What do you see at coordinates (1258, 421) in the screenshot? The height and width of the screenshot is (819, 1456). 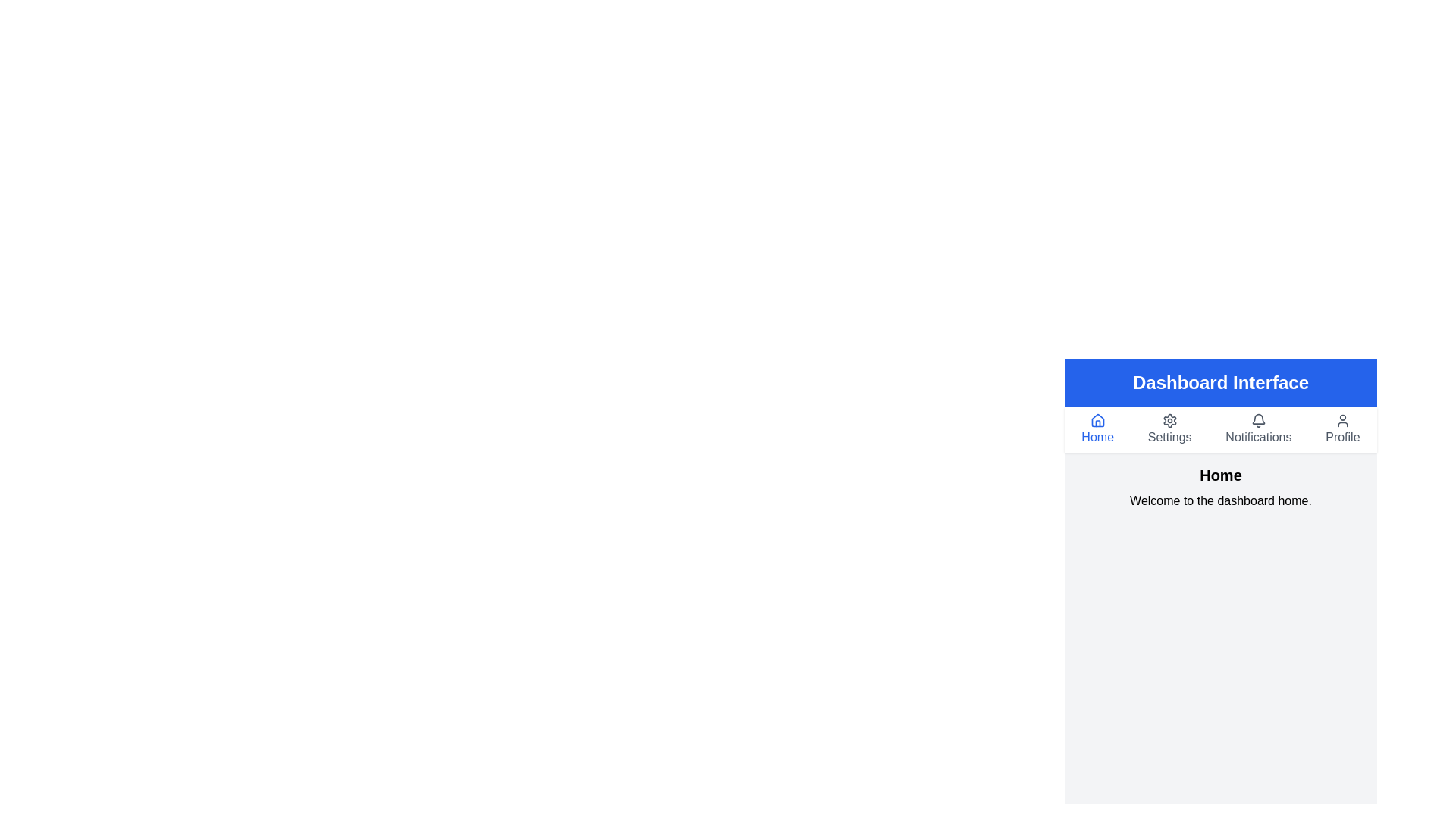 I see `the notification indicator icon located in the Notifications section of the navigation bar` at bounding box center [1258, 421].